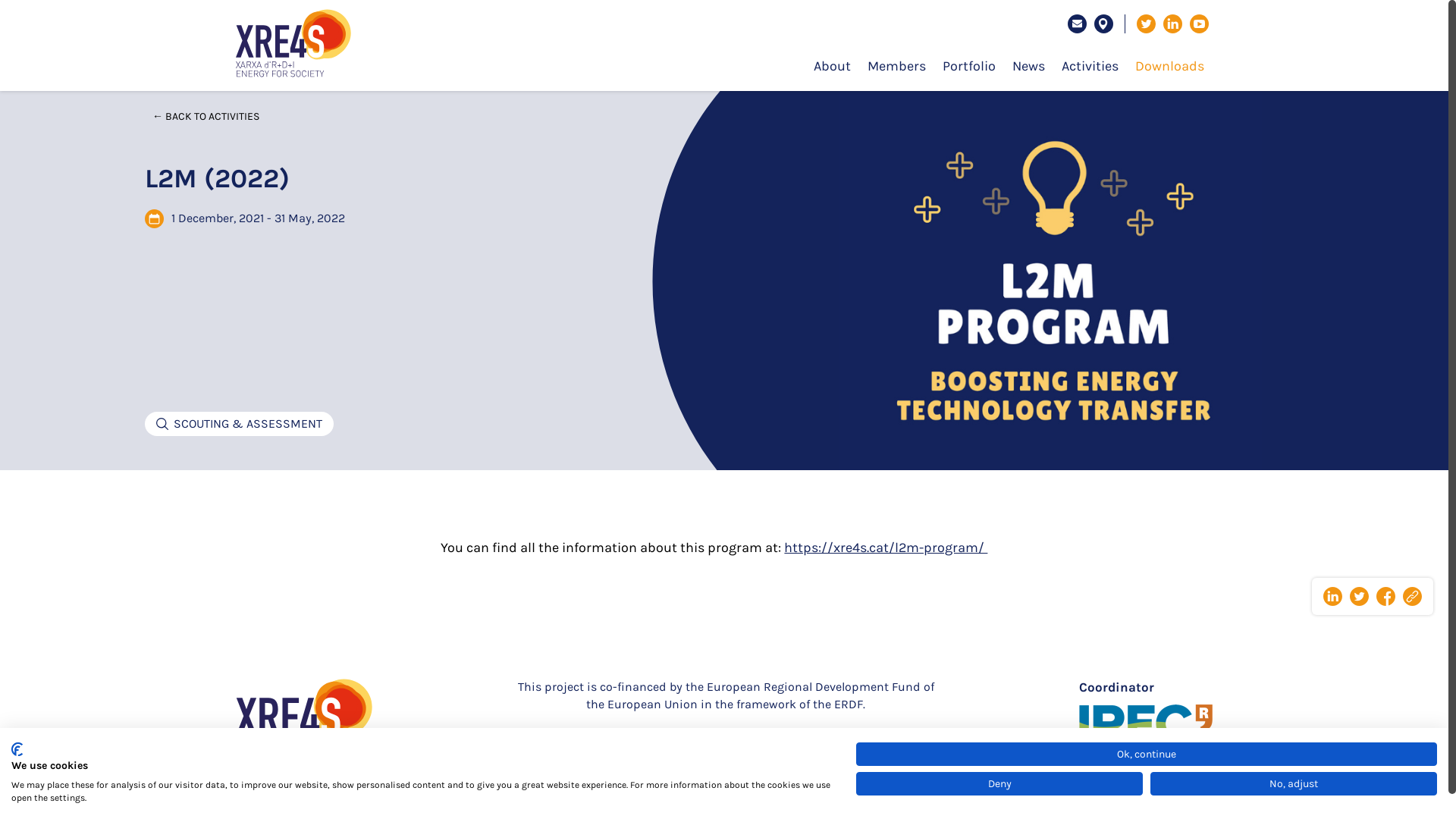 The width and height of the screenshot is (1456, 819). What do you see at coordinates (896, 66) in the screenshot?
I see `'Members'` at bounding box center [896, 66].